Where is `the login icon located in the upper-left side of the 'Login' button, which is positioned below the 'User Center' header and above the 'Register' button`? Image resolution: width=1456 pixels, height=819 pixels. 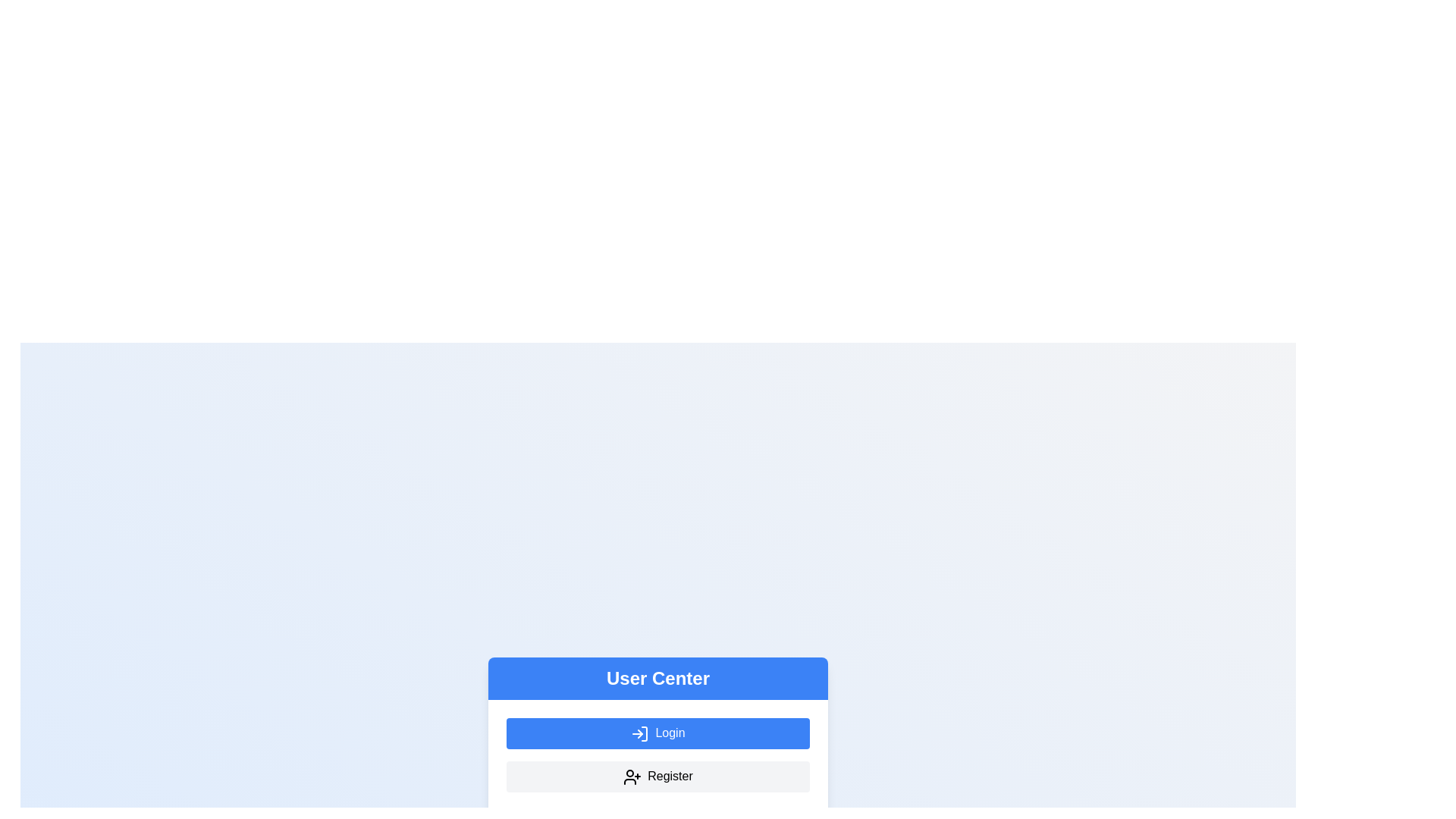
the login icon located in the upper-left side of the 'Login' button, which is positioned below the 'User Center' header and above the 'Register' button is located at coordinates (640, 733).